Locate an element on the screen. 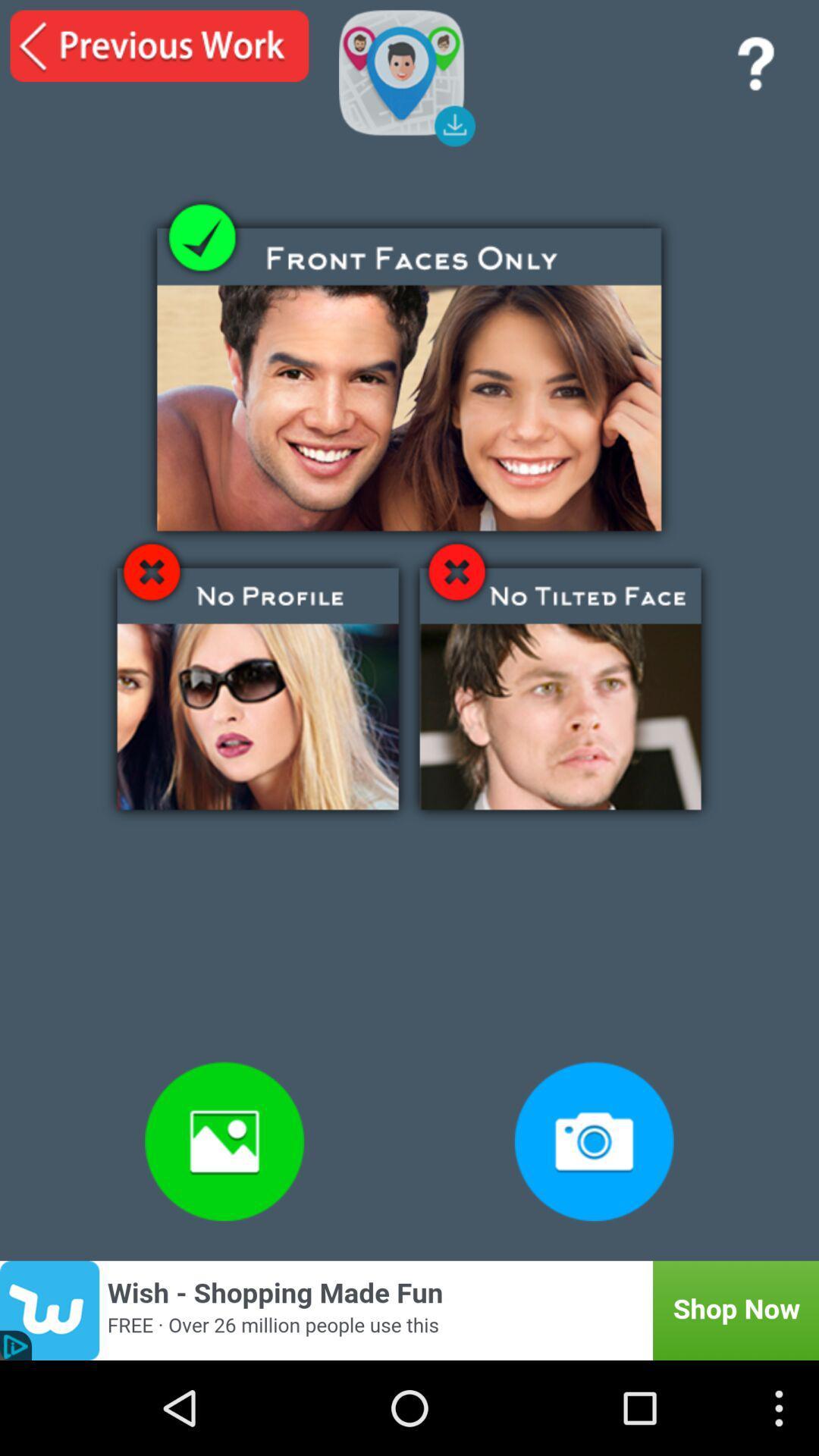 The width and height of the screenshot is (819, 1456). the wallpaper icon is located at coordinates (224, 1221).